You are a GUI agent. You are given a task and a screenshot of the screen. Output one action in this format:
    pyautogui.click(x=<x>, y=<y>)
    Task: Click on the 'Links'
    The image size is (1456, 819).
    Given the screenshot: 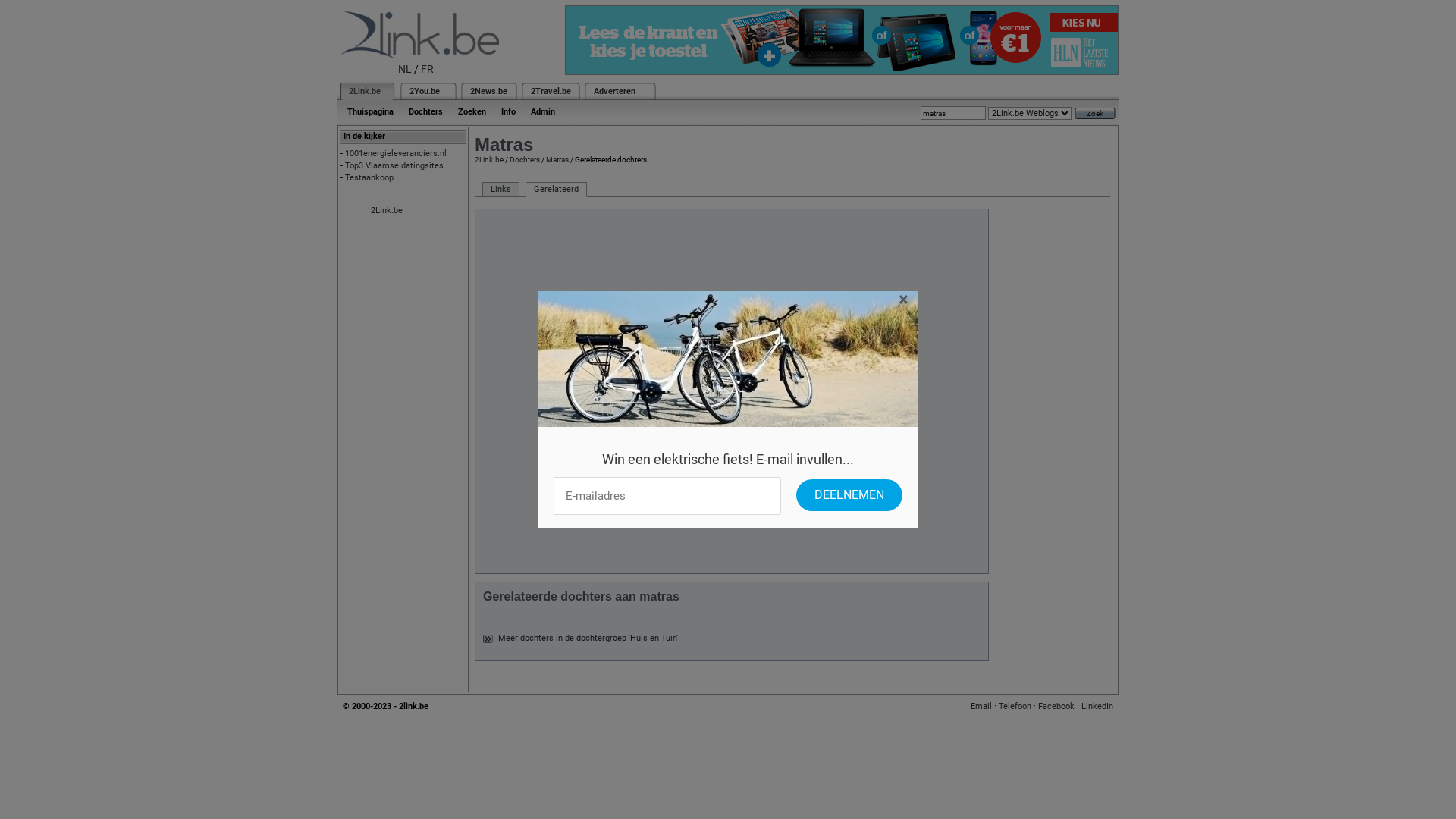 What is the action you would take?
    pyautogui.click(x=500, y=189)
    